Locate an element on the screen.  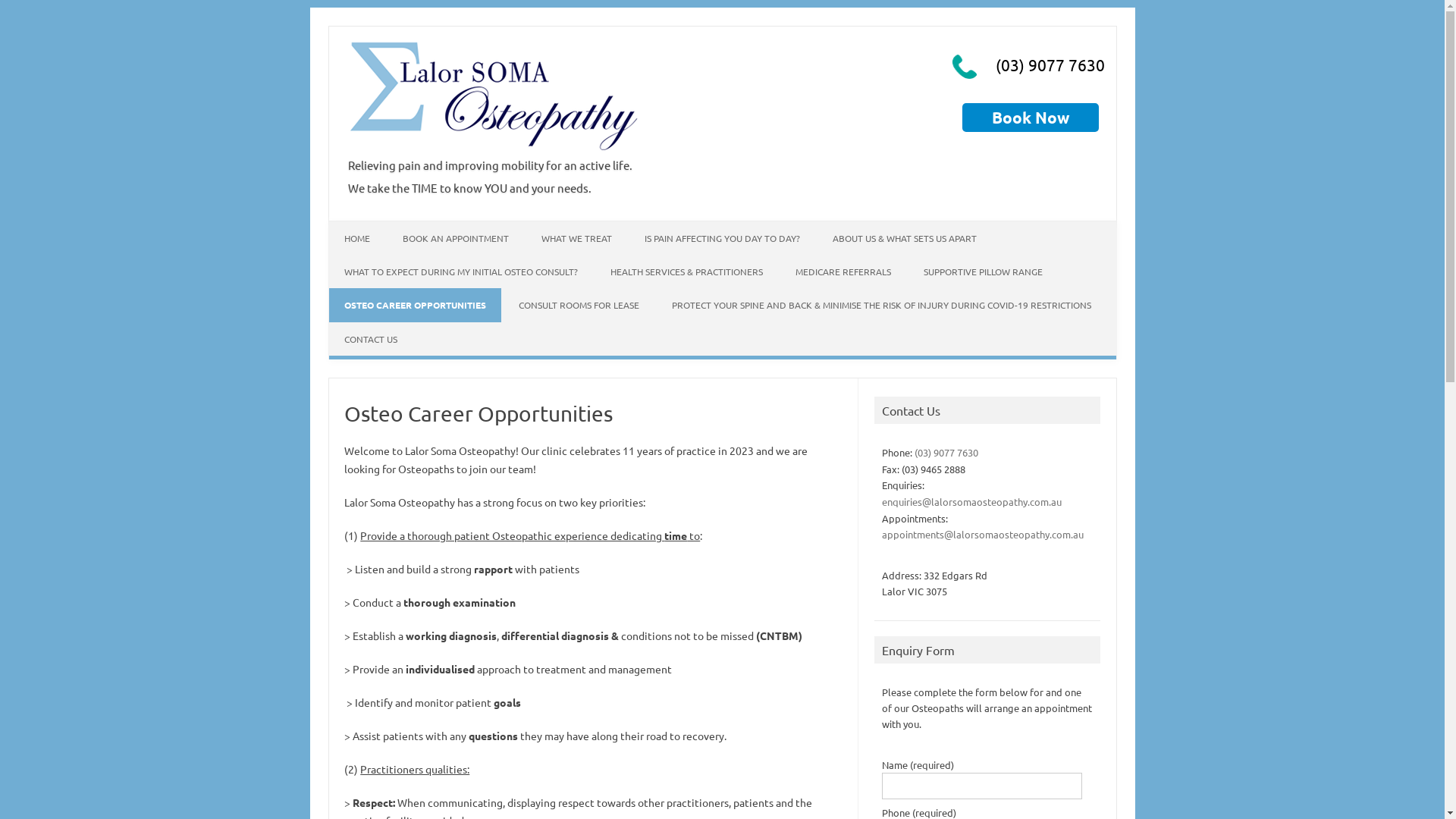
'MEDICARE REFERRALS' is located at coordinates (841, 271).